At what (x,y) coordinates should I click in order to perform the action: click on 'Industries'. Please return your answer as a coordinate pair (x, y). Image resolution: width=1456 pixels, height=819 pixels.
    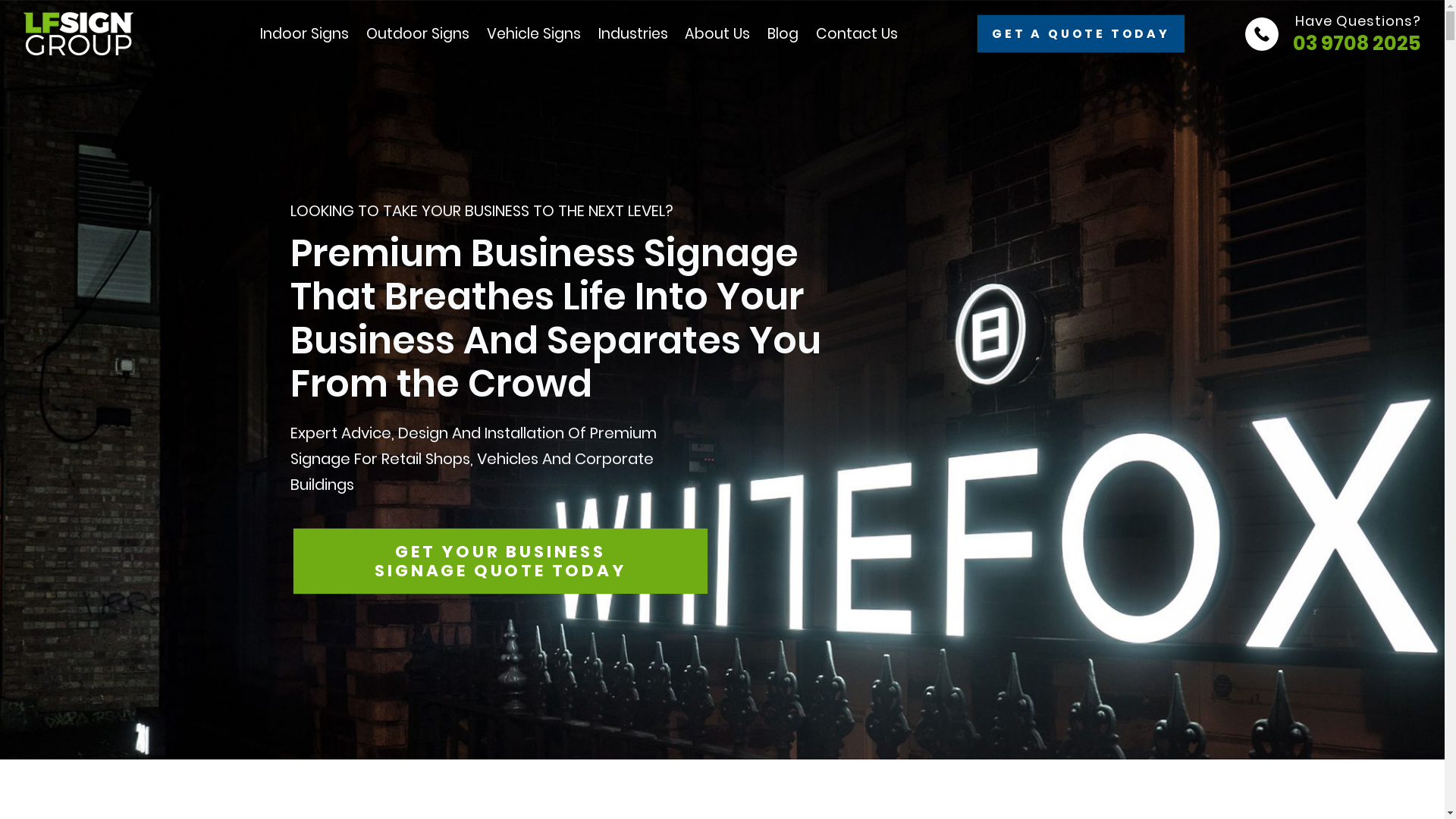
    Looking at the image, I should click on (633, 34).